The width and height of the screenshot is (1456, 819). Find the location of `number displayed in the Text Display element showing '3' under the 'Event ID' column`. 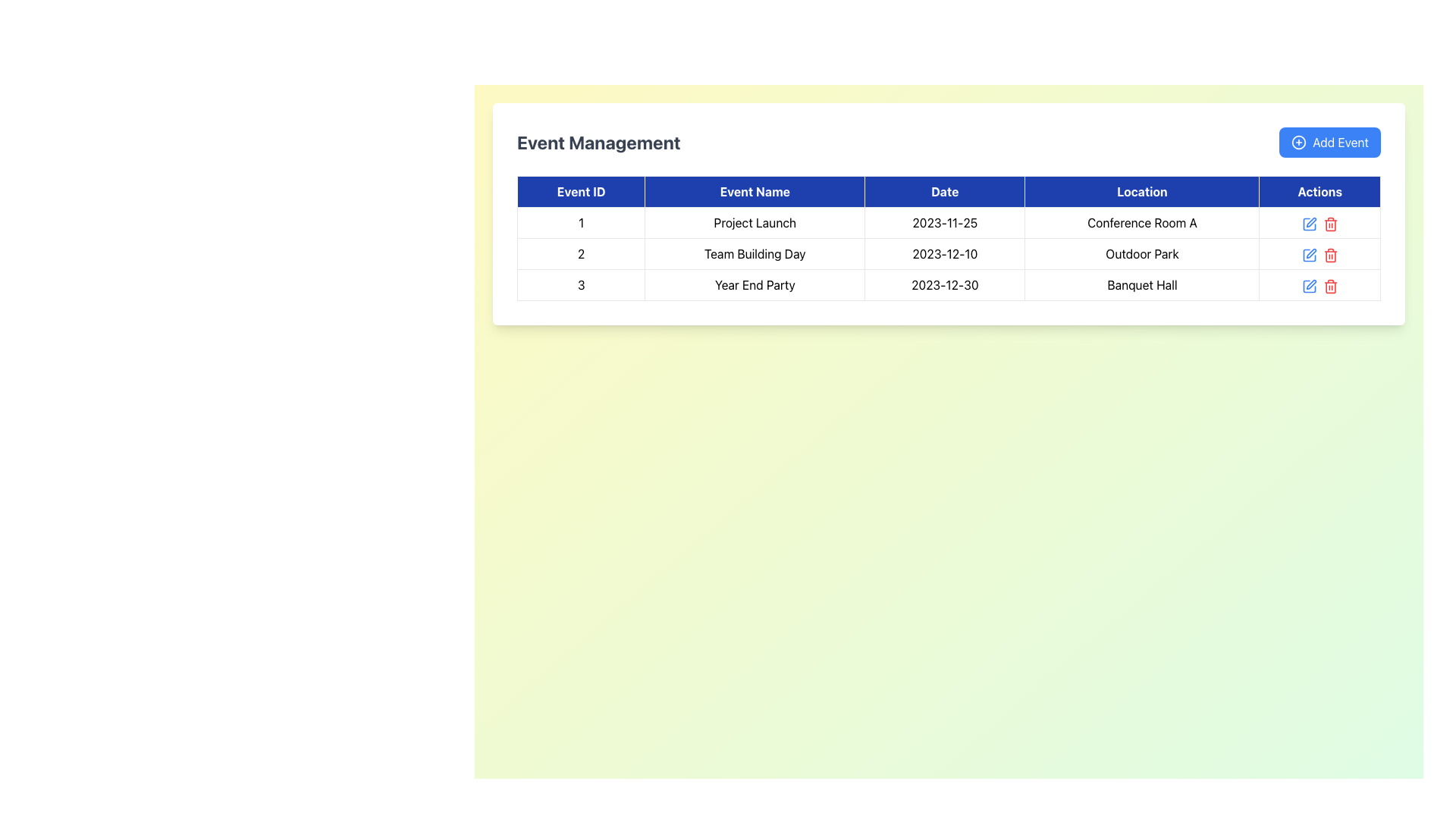

number displayed in the Text Display element showing '3' under the 'Event ID' column is located at coordinates (580, 284).